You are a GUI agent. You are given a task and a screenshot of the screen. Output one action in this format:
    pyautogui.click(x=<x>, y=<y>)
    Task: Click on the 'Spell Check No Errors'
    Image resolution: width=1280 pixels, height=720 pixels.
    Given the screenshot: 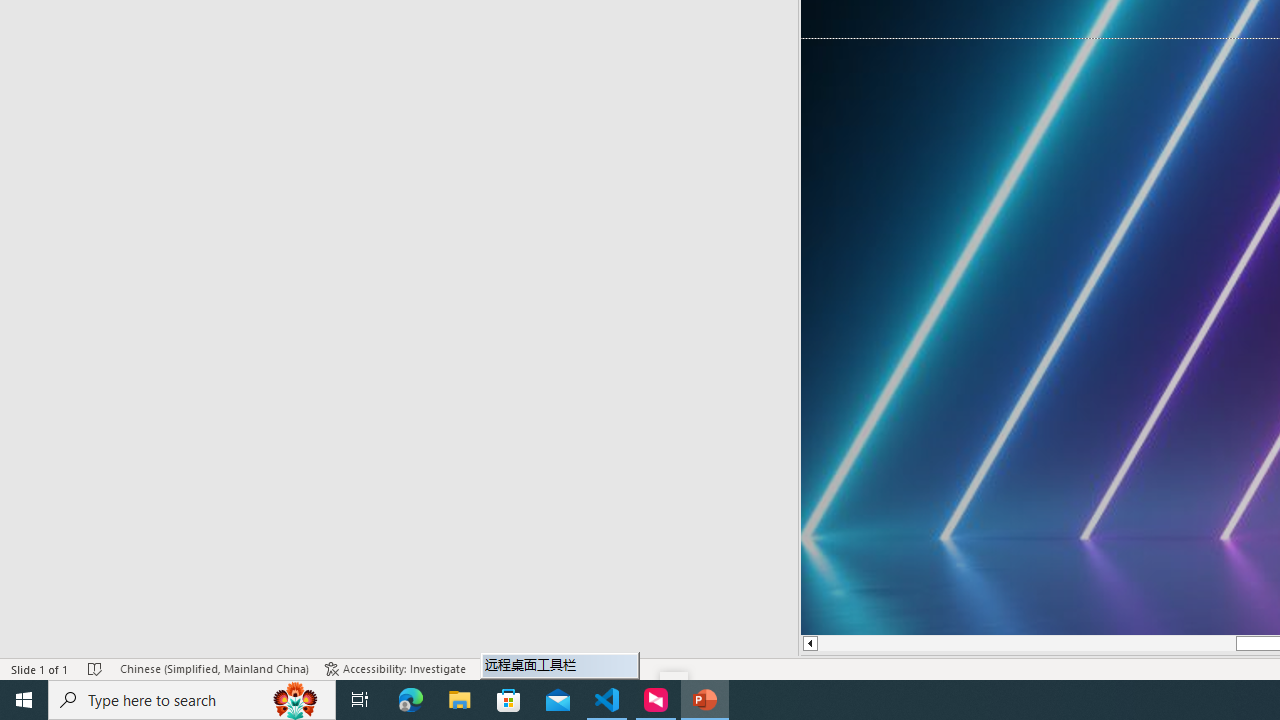 What is the action you would take?
    pyautogui.click(x=95, y=669)
    